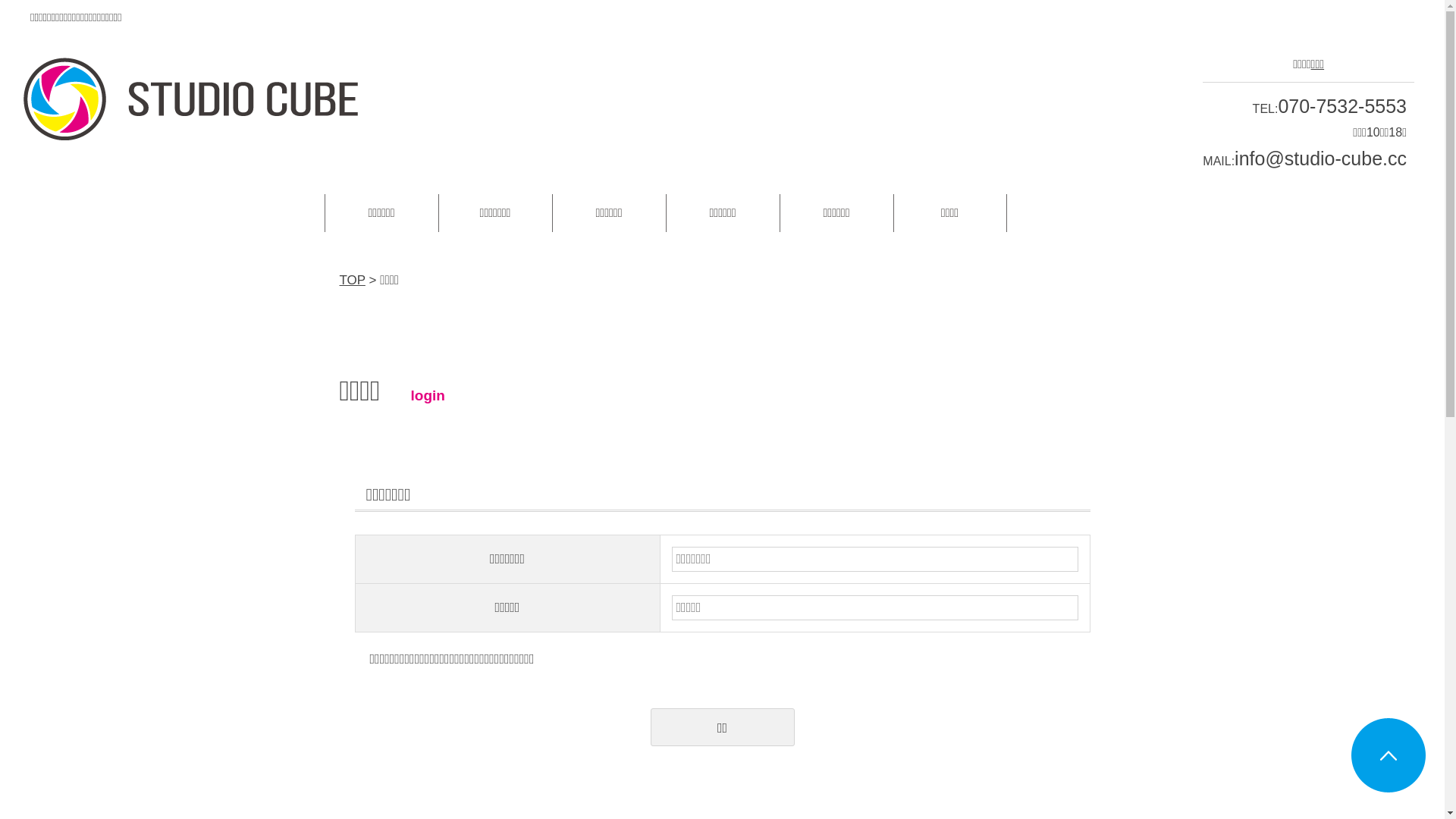 The height and width of the screenshot is (819, 1456). Describe the element at coordinates (338, 280) in the screenshot. I see `'TOP'` at that location.